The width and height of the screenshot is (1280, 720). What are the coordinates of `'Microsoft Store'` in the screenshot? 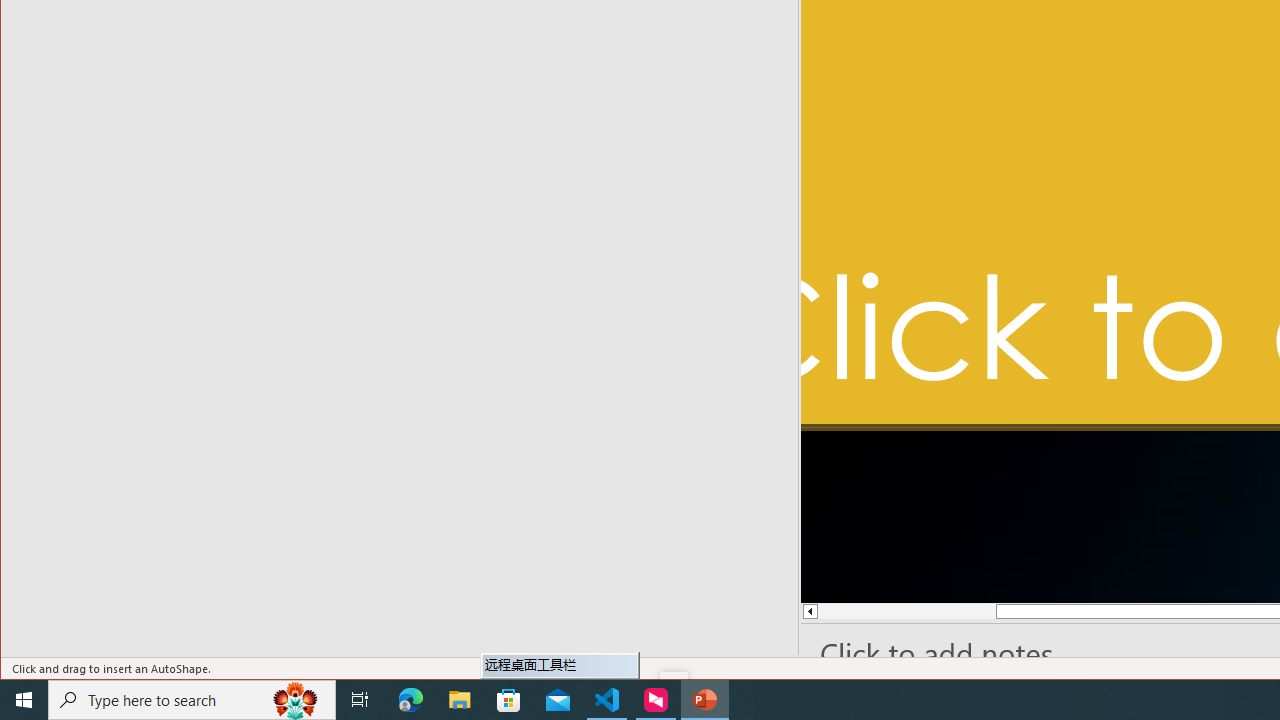 It's located at (509, 698).